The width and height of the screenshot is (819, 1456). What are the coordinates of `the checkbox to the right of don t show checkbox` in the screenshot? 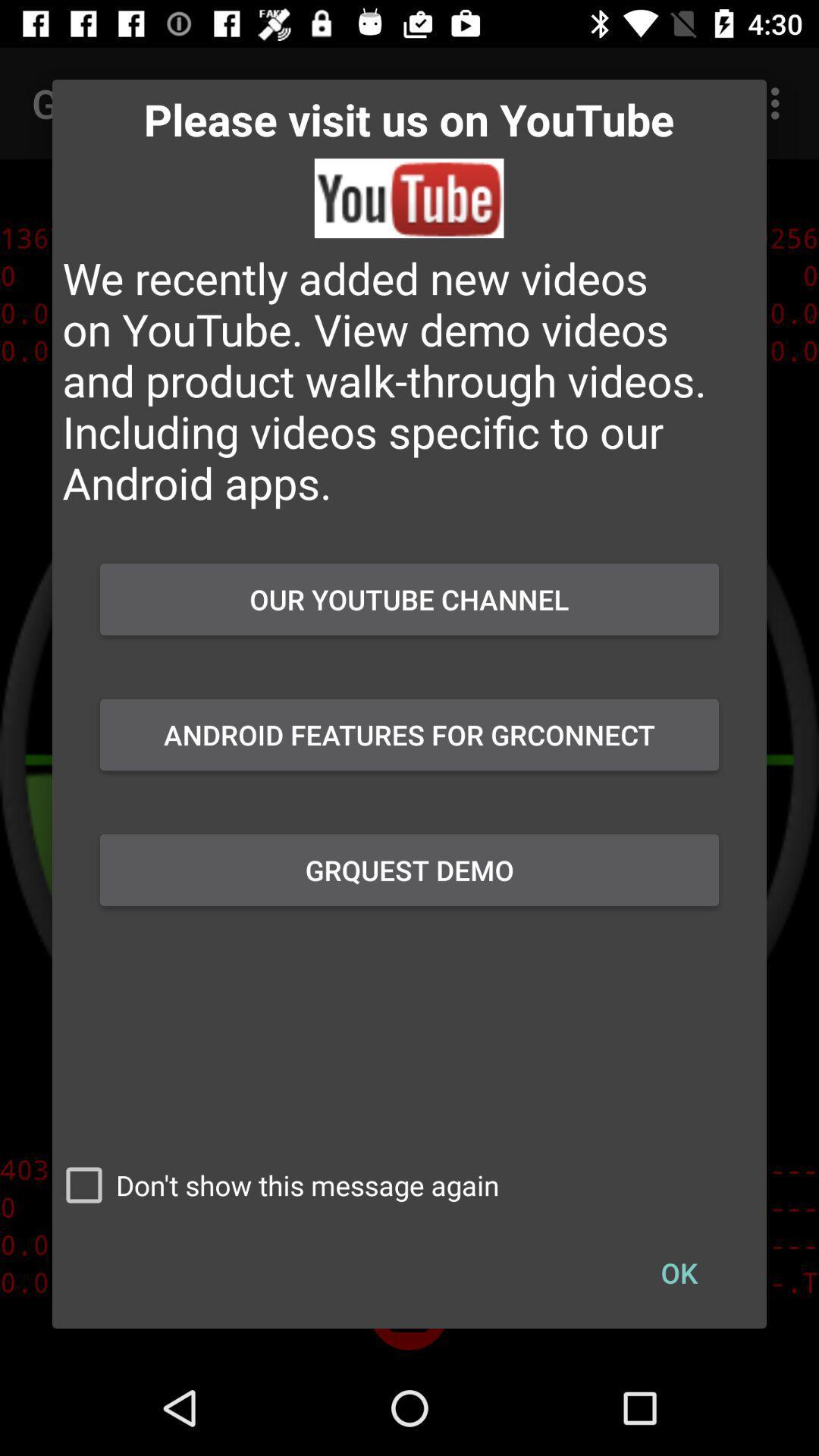 It's located at (678, 1272).